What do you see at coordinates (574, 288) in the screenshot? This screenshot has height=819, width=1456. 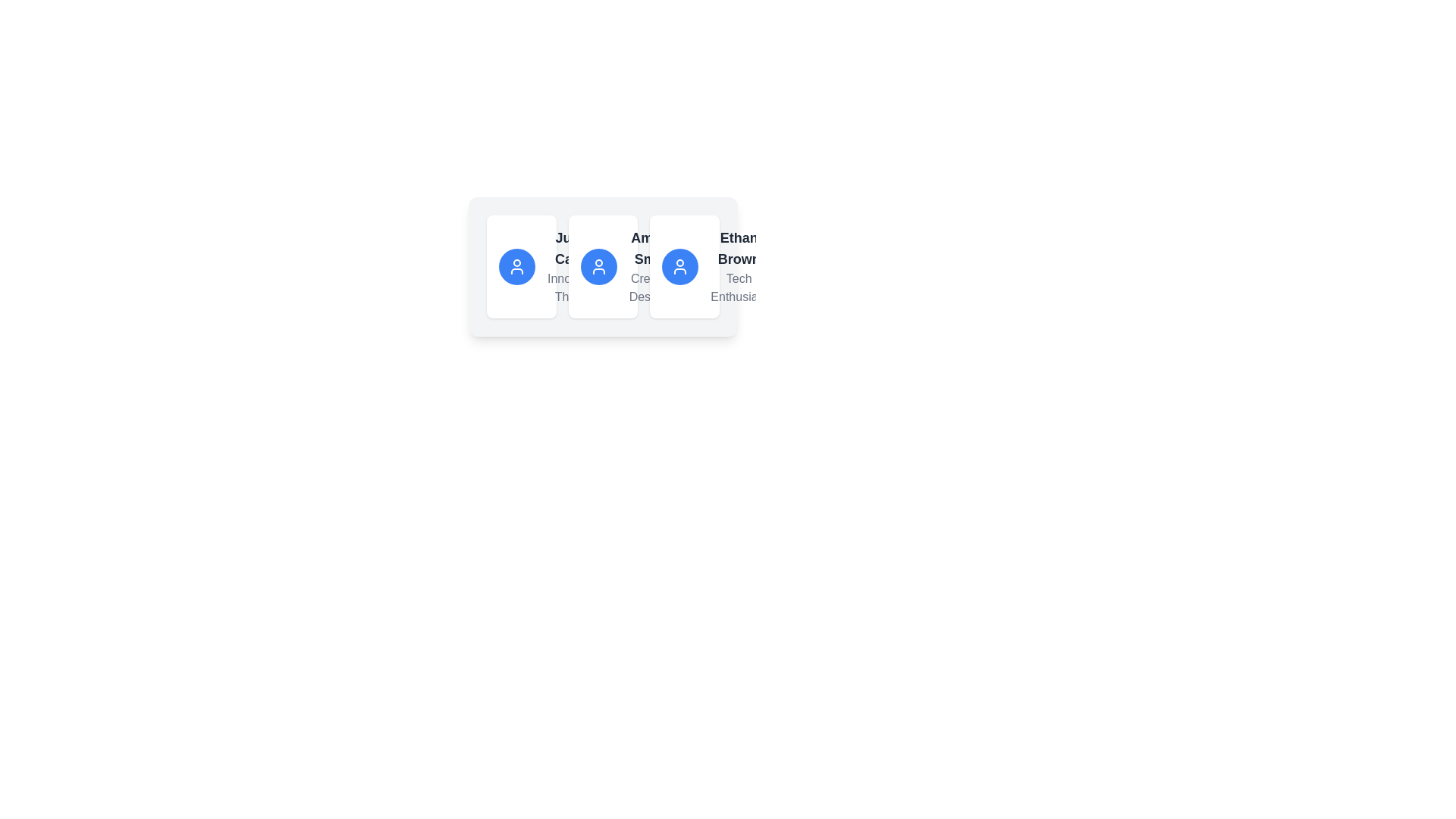 I see `the text label describing 'Julian Carter' as 'Innovative Thinker', which is the second text component in the profile card` at bounding box center [574, 288].